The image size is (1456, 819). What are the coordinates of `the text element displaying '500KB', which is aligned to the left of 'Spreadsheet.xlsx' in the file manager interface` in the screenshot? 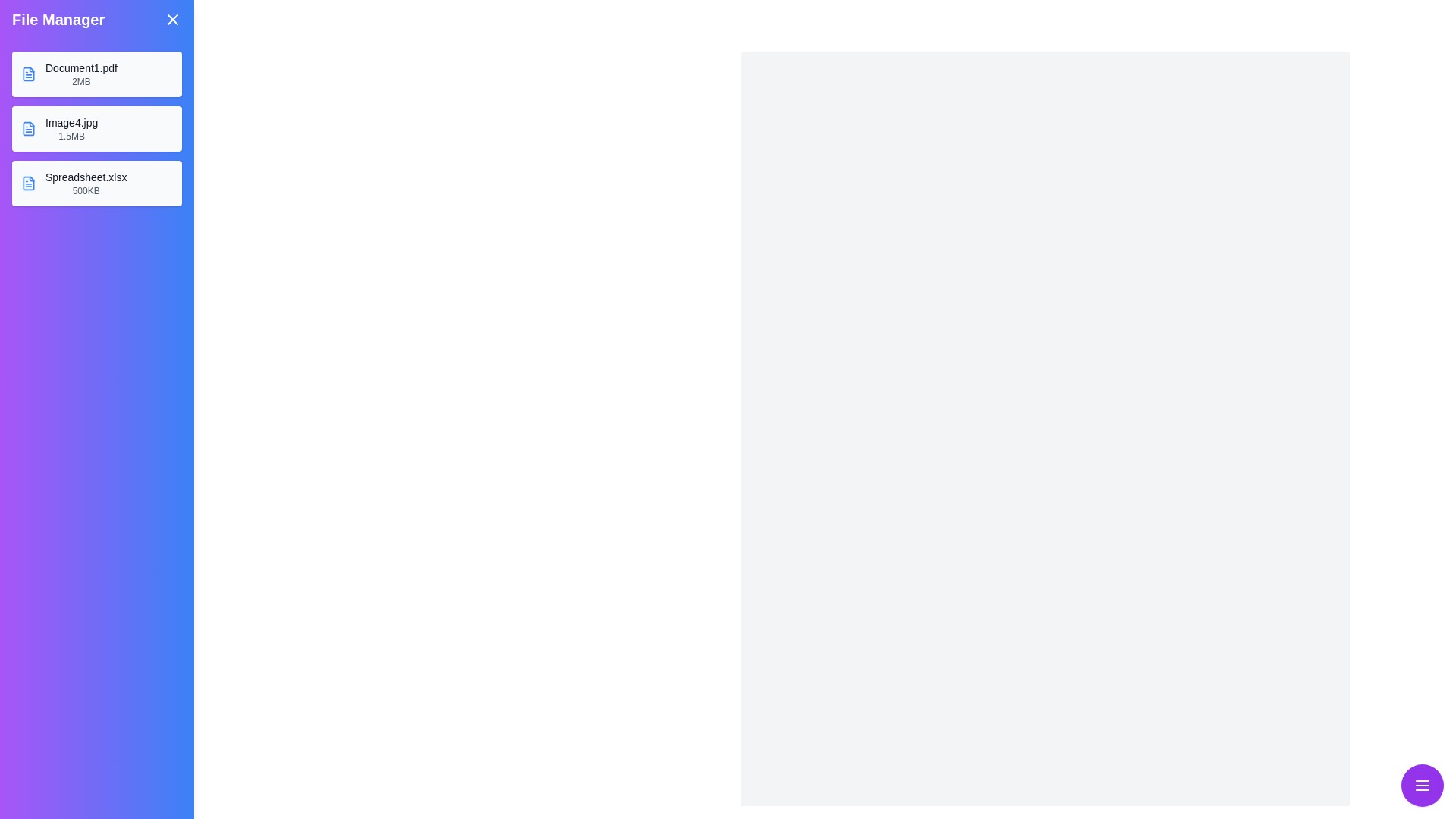 It's located at (85, 190).